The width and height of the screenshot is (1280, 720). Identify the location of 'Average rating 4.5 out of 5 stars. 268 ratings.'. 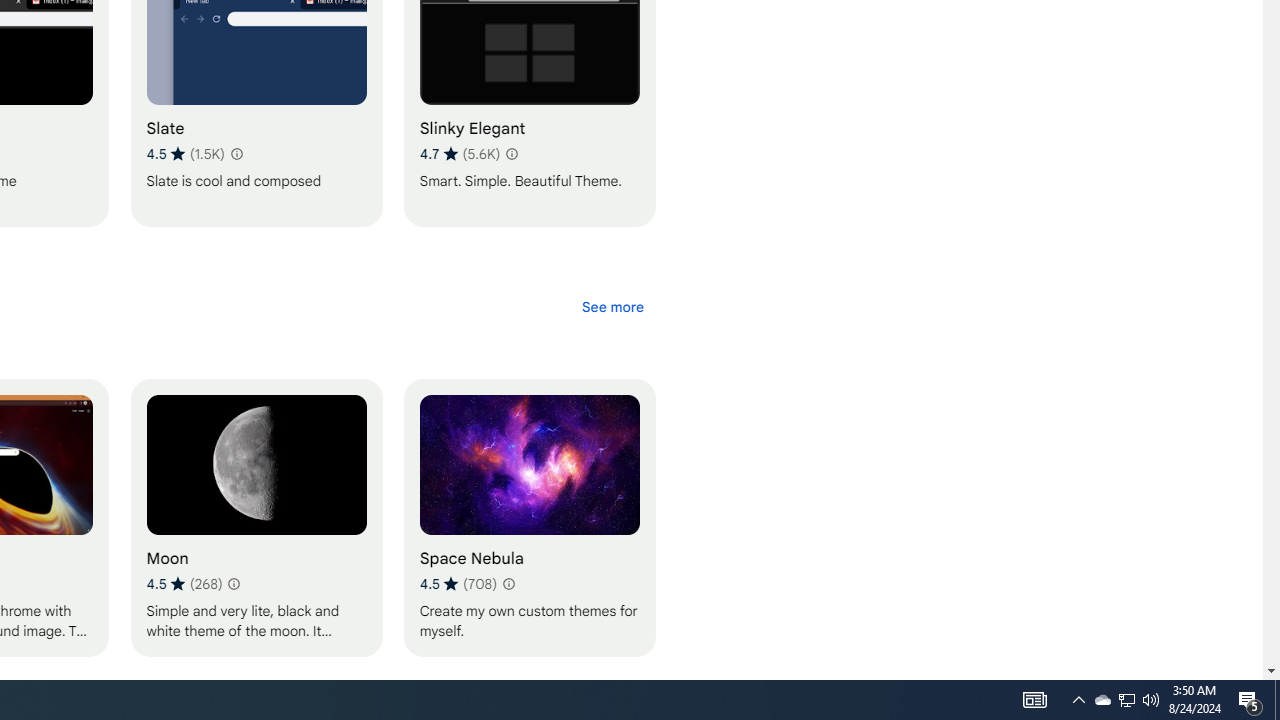
(184, 583).